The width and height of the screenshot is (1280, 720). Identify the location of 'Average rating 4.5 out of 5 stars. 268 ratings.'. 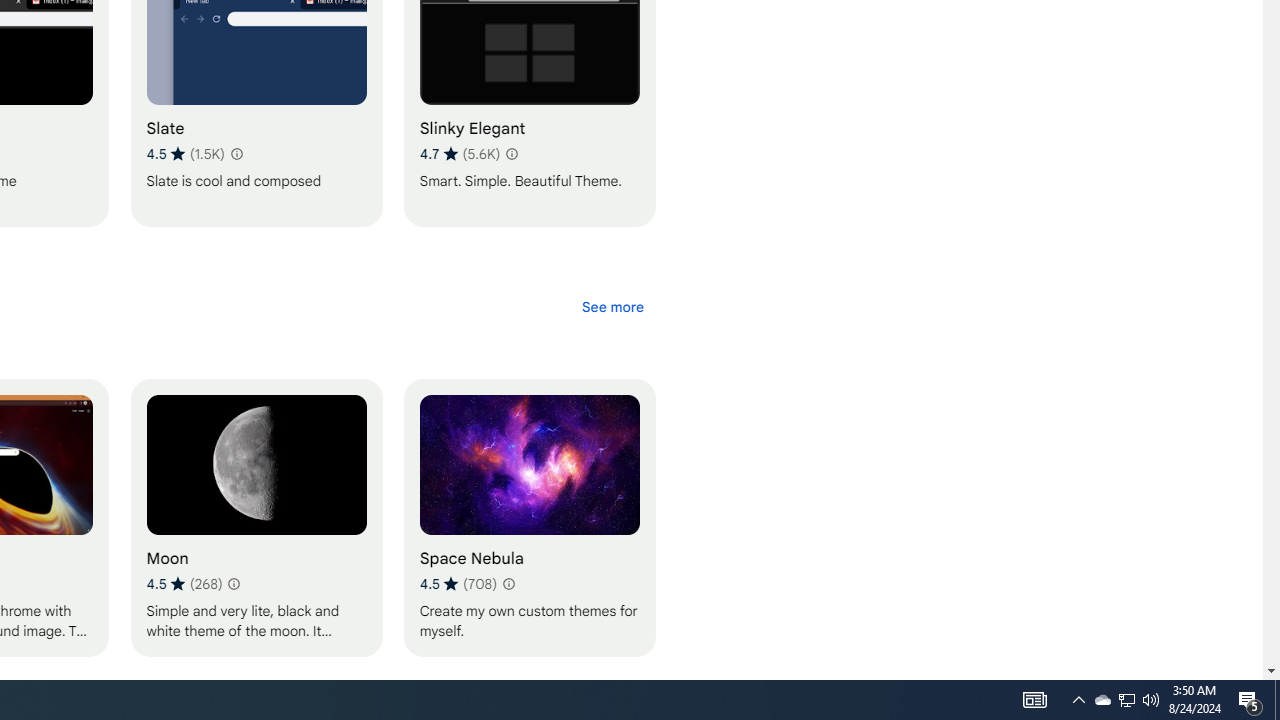
(184, 583).